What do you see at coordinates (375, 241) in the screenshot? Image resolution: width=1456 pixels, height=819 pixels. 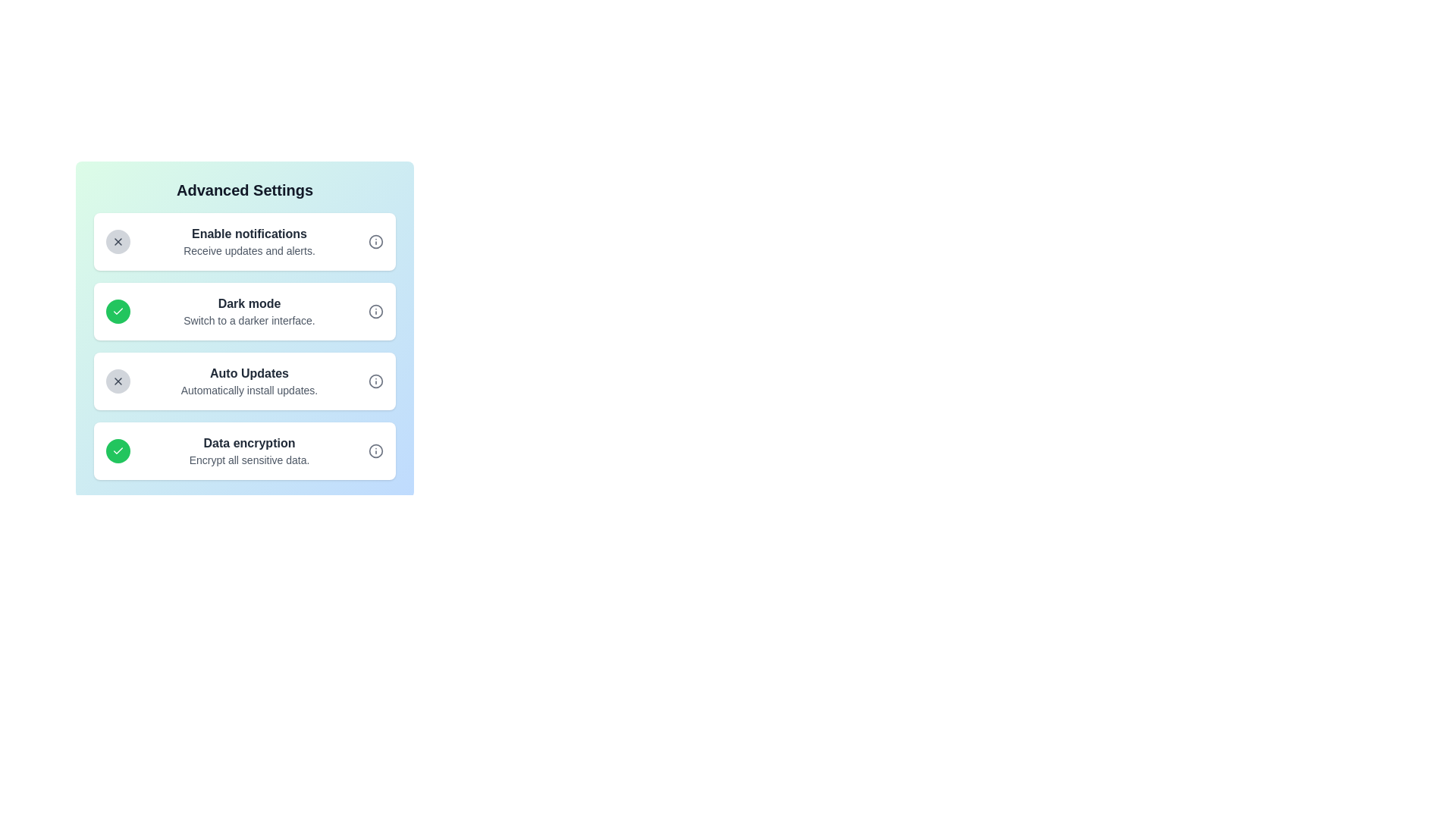 I see `the information icon for Enable notifications to view its description` at bounding box center [375, 241].